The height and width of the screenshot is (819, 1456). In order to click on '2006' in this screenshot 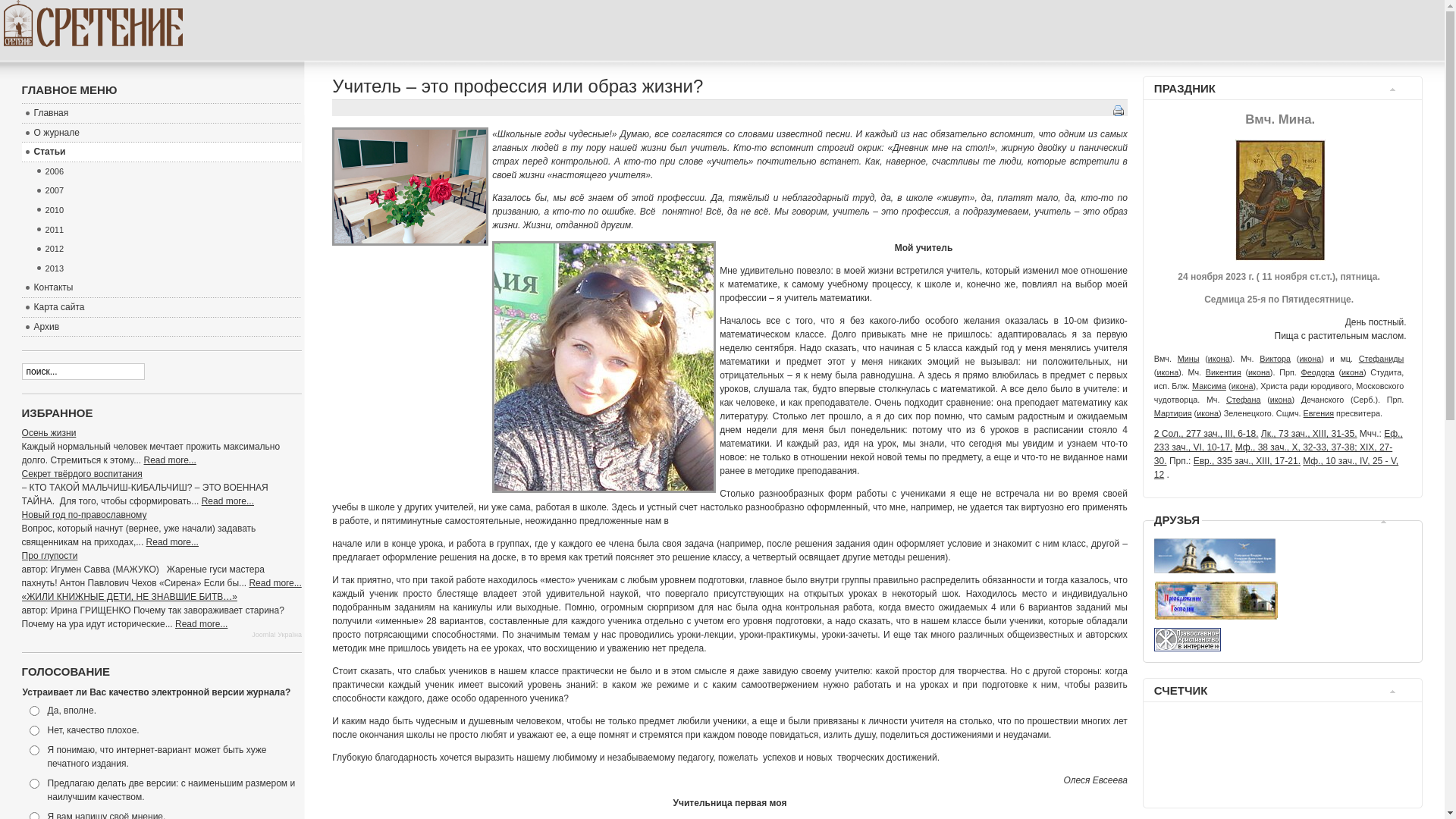, I will do `click(33, 171)`.